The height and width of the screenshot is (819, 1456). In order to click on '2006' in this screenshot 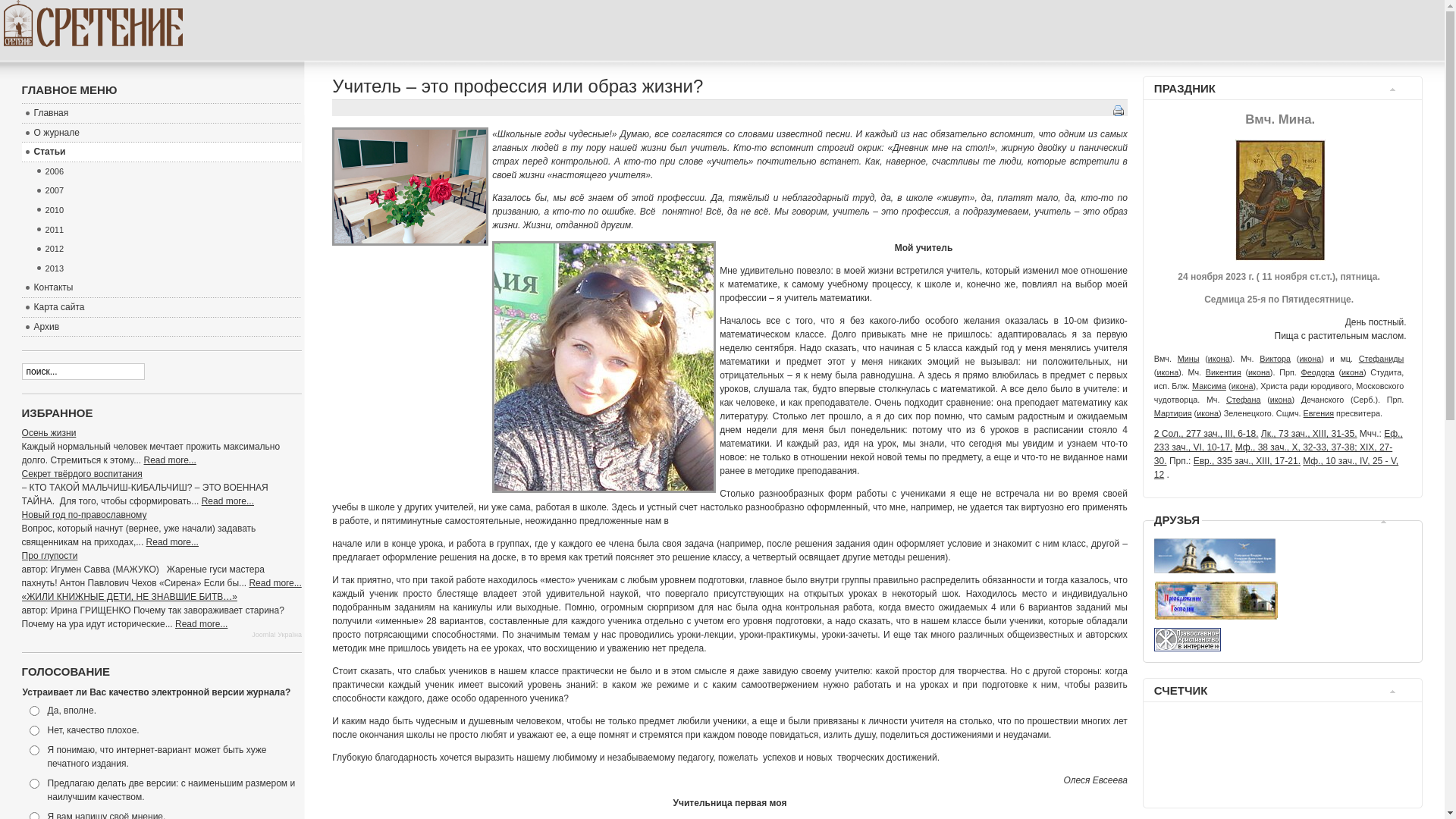, I will do `click(33, 171)`.